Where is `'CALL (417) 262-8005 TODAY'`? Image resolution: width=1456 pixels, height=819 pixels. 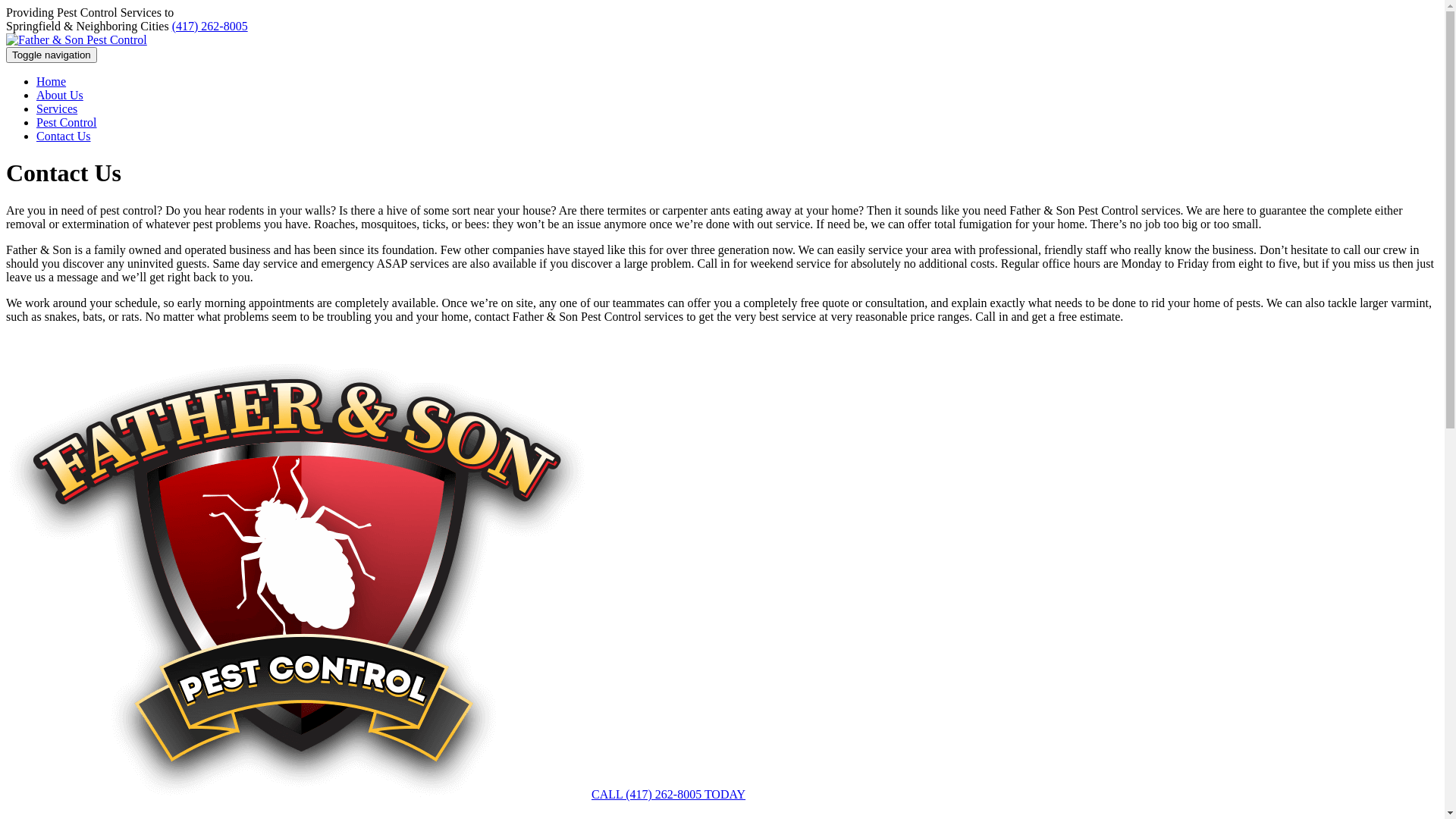
'CALL (417) 262-8005 TODAY' is located at coordinates (667, 793).